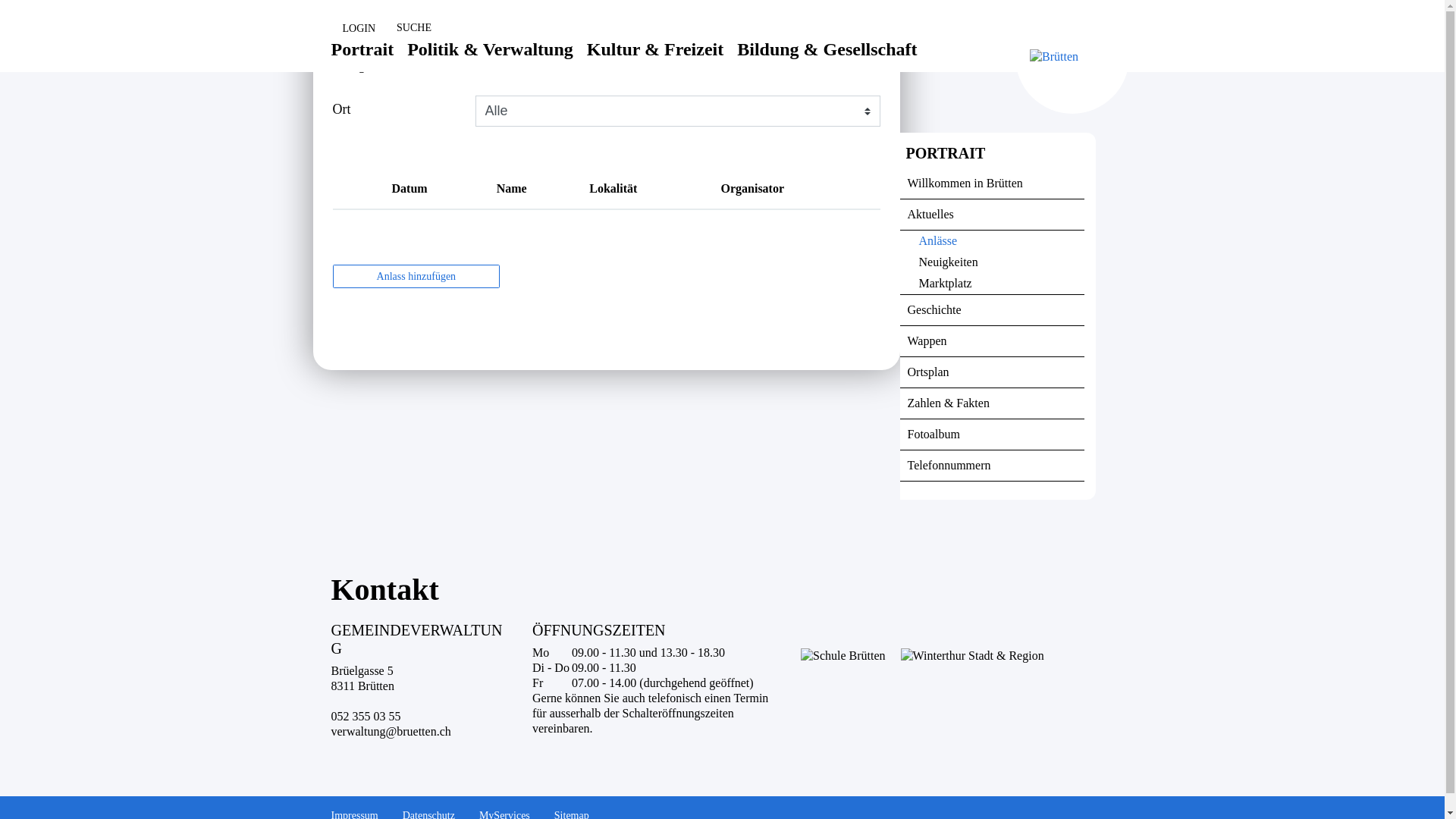 The height and width of the screenshot is (819, 1456). What do you see at coordinates (991, 372) in the screenshot?
I see `'Ortsplan'` at bounding box center [991, 372].